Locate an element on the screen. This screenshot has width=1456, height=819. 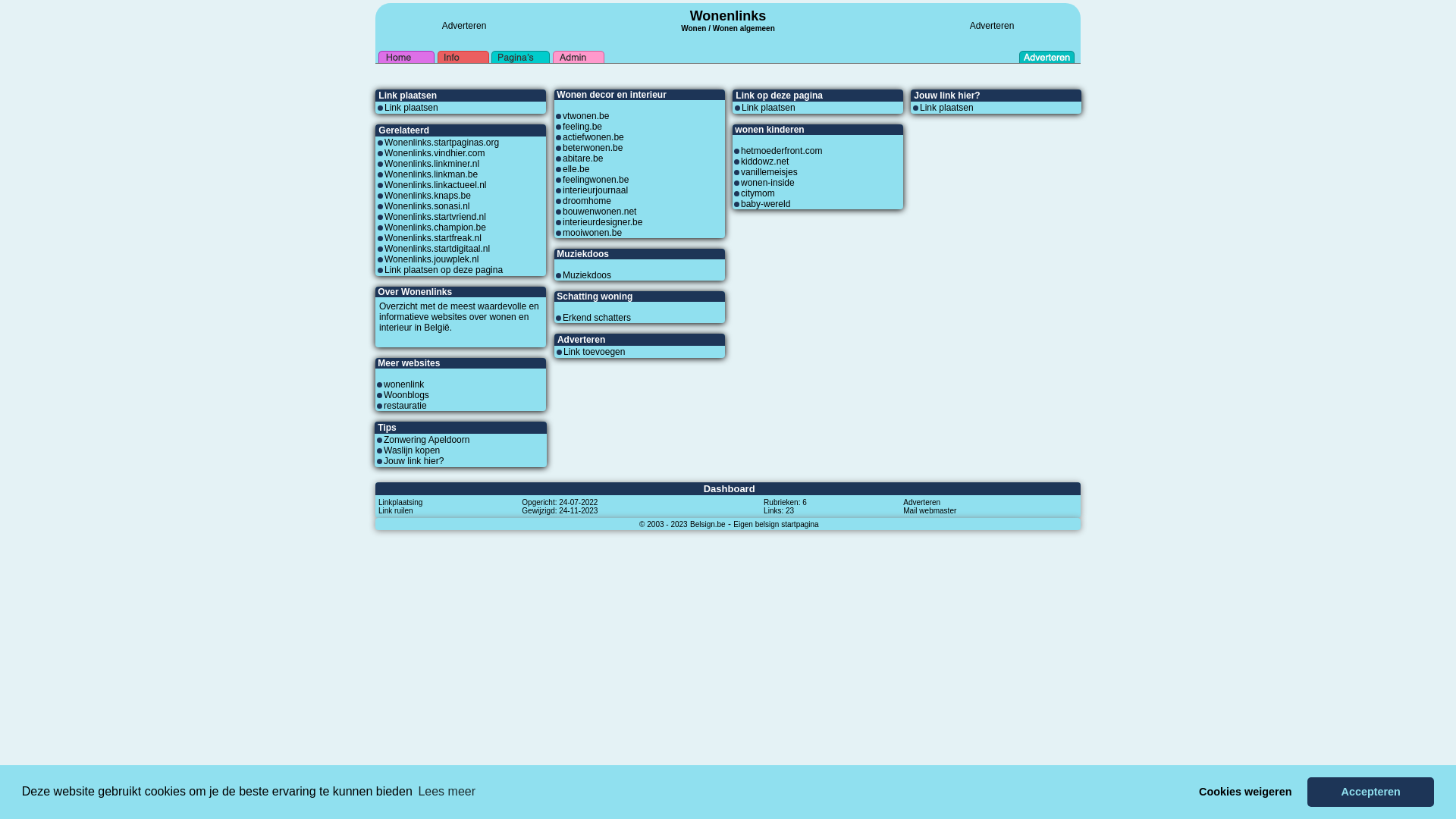
'Wonenlinks.startfreak.nl' is located at coordinates (432, 237).